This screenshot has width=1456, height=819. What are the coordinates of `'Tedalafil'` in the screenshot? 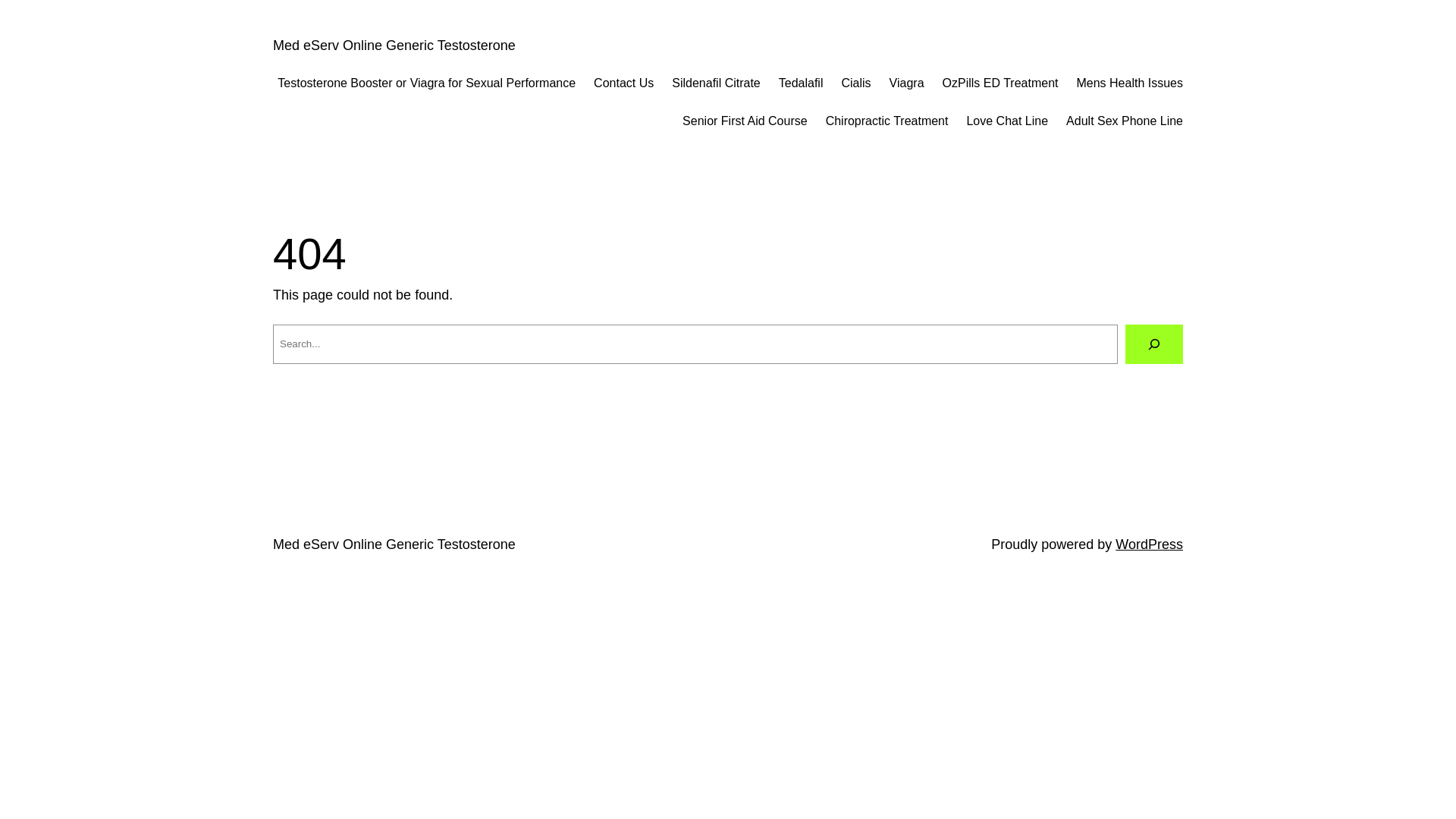 It's located at (800, 83).